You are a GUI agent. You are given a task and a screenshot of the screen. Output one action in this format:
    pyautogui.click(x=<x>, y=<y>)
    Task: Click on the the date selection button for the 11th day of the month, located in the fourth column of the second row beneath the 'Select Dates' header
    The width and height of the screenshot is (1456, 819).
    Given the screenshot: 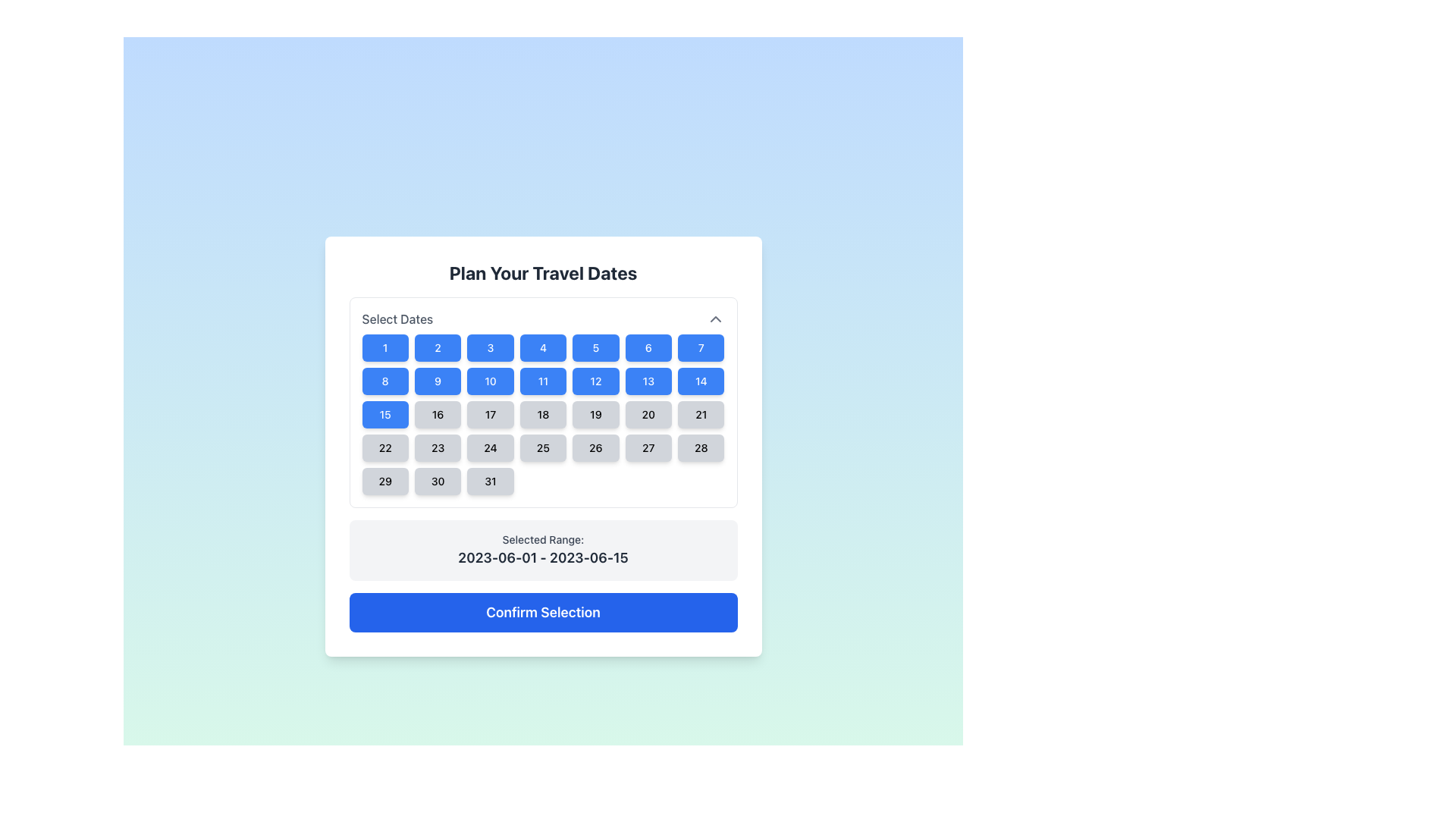 What is the action you would take?
    pyautogui.click(x=543, y=380)
    